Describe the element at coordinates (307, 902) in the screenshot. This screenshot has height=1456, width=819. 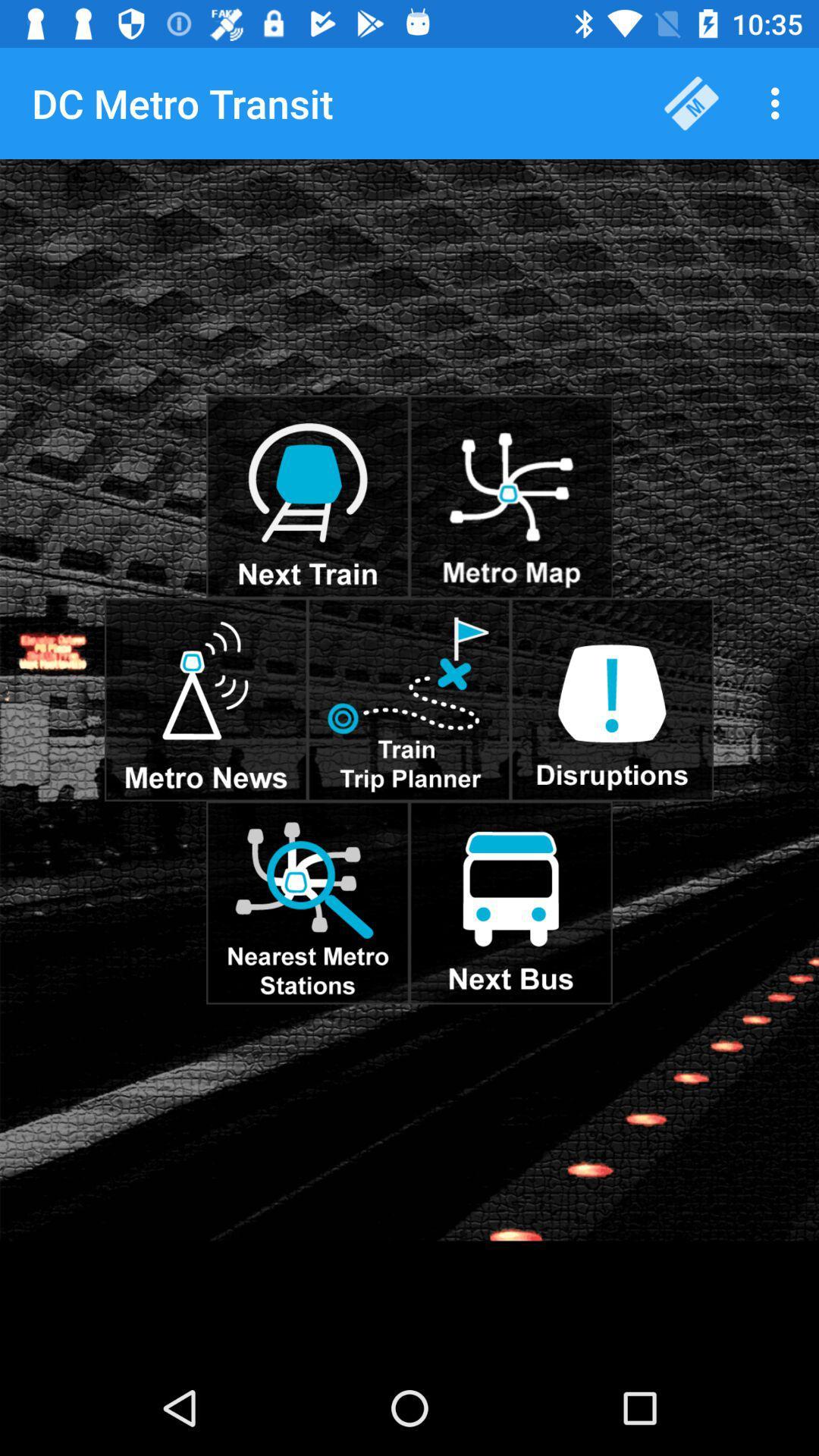
I see `check nearest metro stations` at that location.